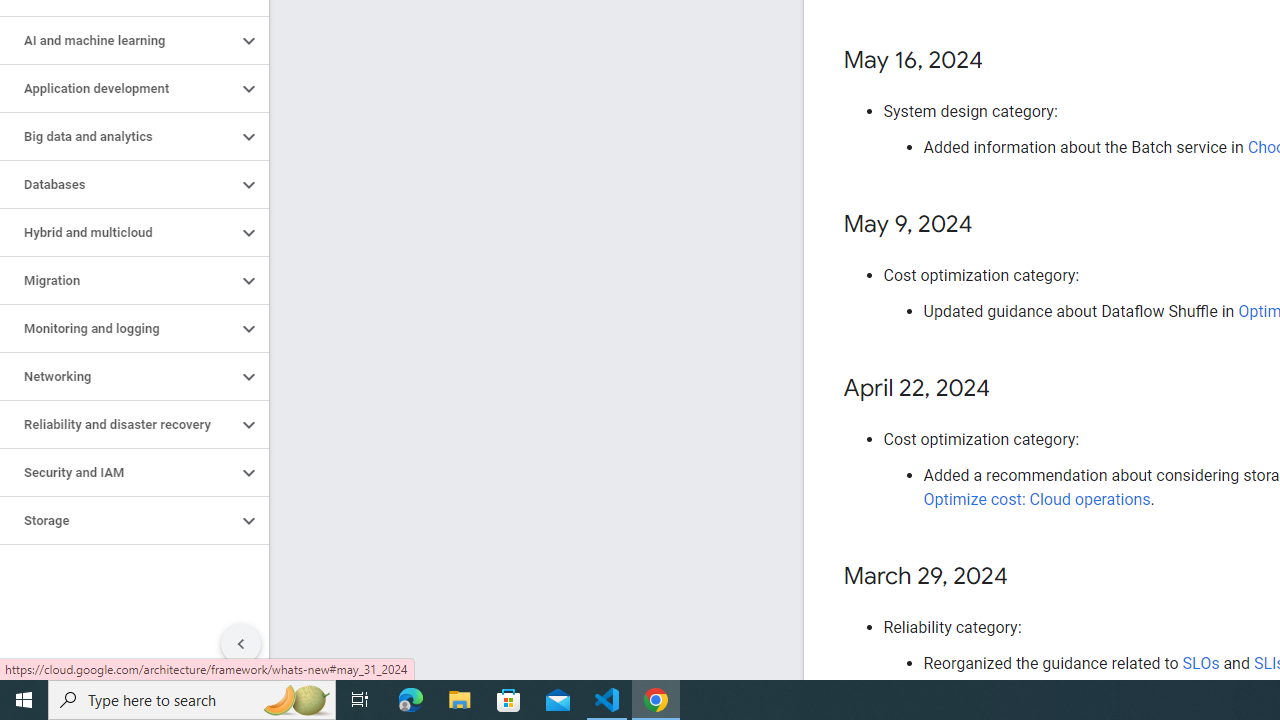 The image size is (1280, 720). Describe the element at coordinates (117, 473) in the screenshot. I see `'Security and IAM'` at that location.